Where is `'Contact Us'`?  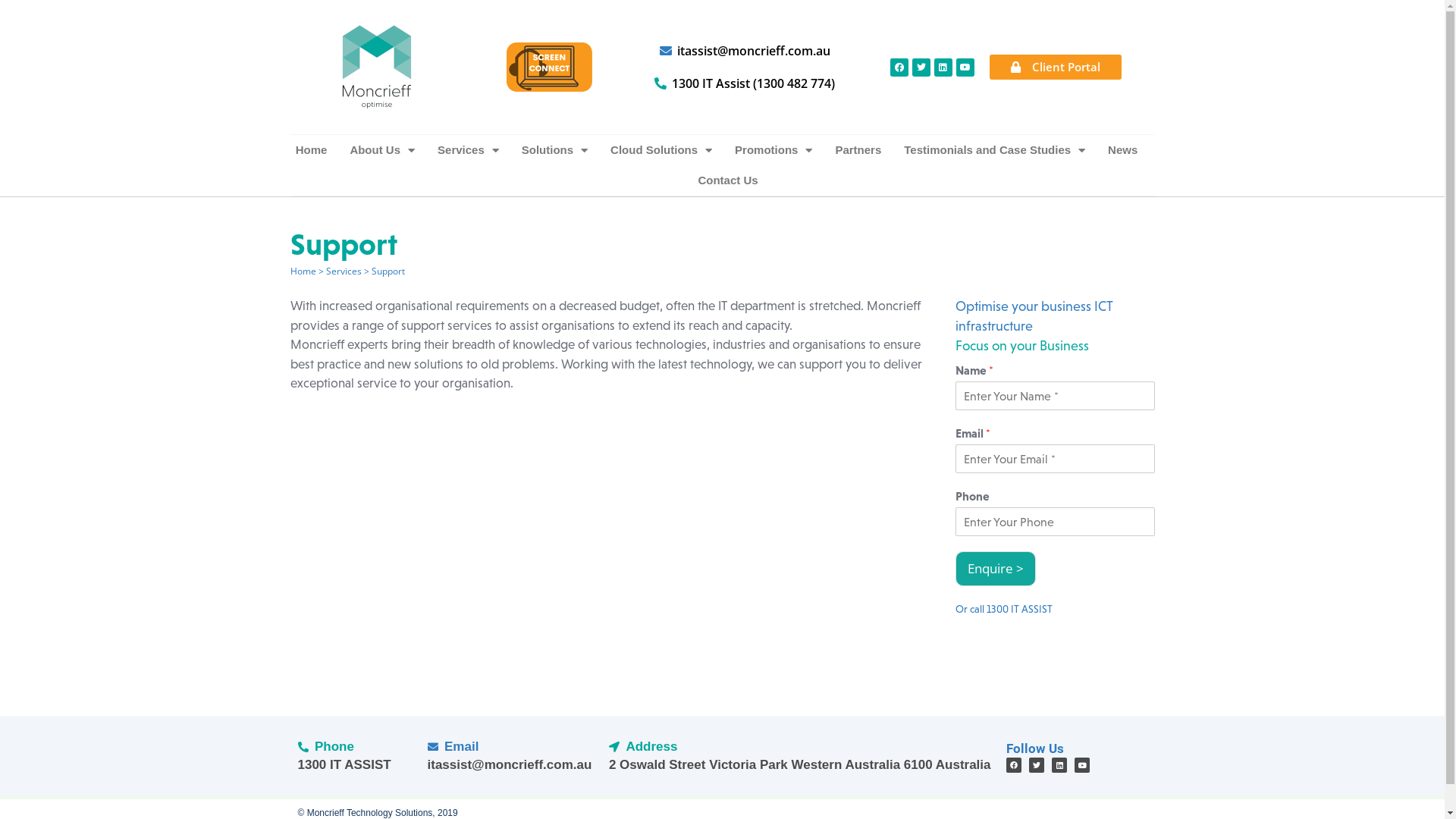
'Contact Us' is located at coordinates (697, 180).